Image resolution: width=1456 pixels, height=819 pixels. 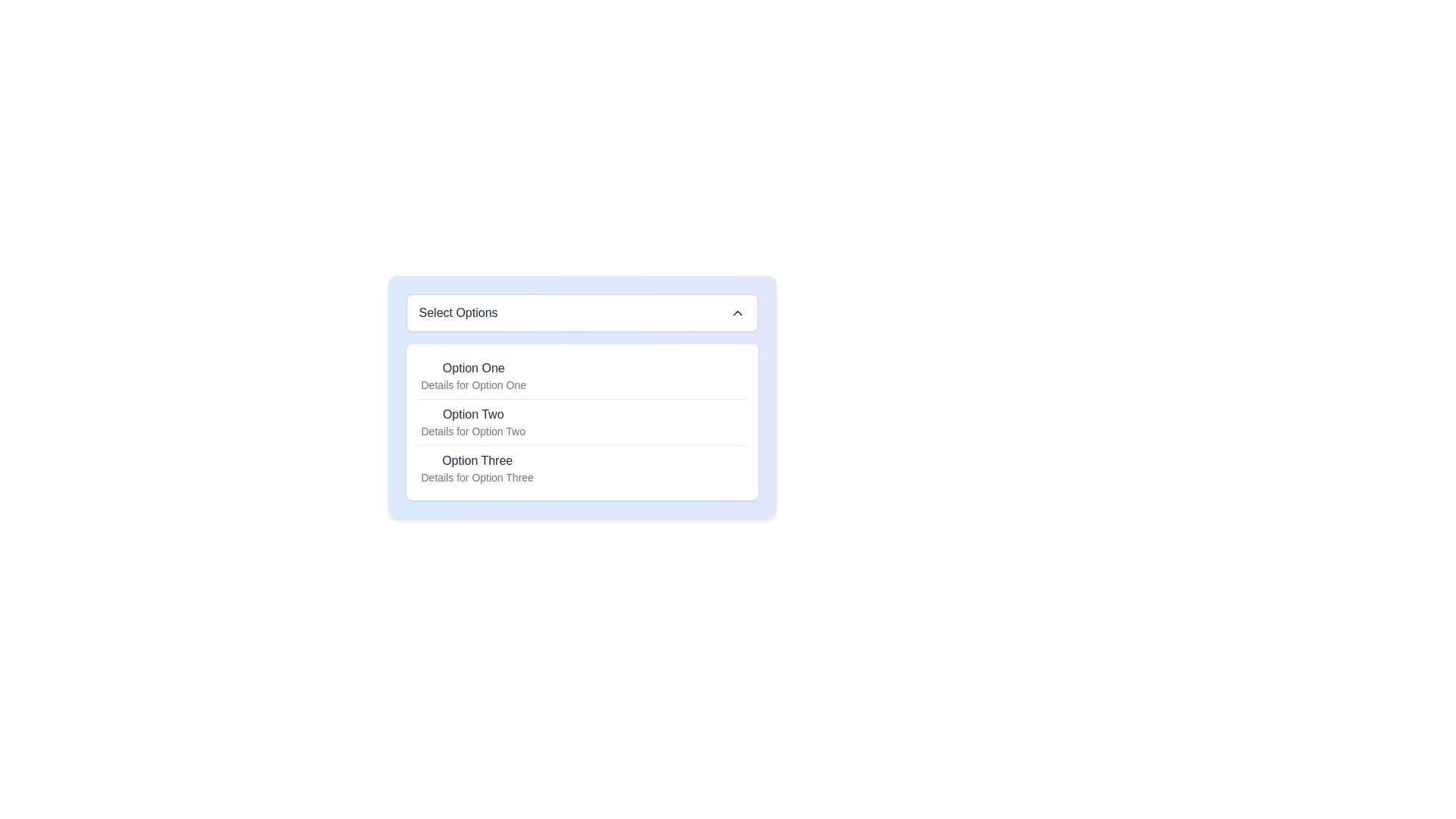 What do you see at coordinates (581, 422) in the screenshot?
I see `the middle item of the grouped list element labeled 'Option Two' to trigger hover styling effects` at bounding box center [581, 422].